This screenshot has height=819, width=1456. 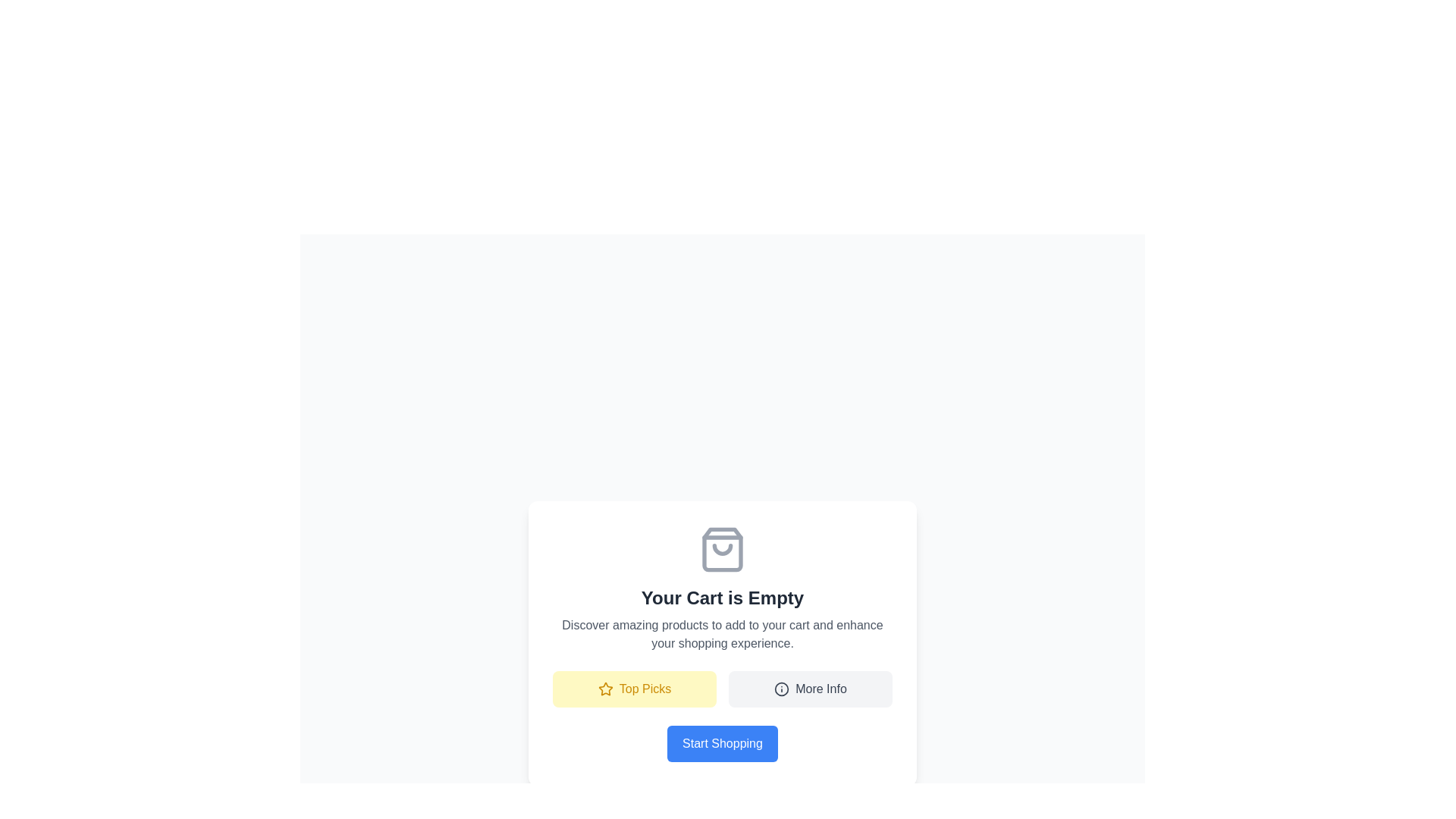 What do you see at coordinates (722, 742) in the screenshot?
I see `the 'Start Shopping' button, which is a rectangular button with rounded corners, a blue background that darkens on hover, and the text 'Start Shopping' in white bold font` at bounding box center [722, 742].